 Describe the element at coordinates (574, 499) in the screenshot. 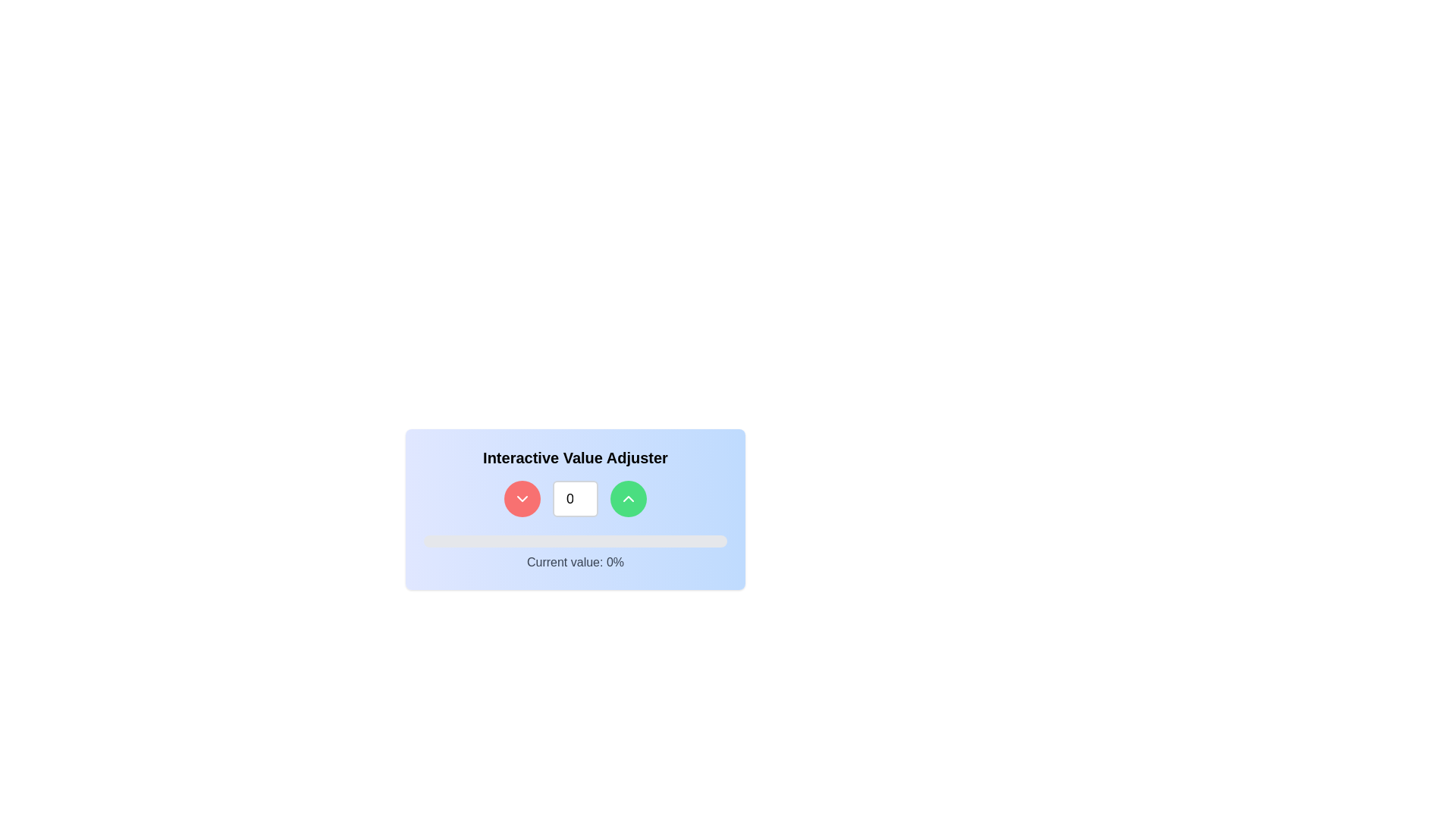

I see `the composite UI component consisting of a numeric input field and two buttons` at that location.